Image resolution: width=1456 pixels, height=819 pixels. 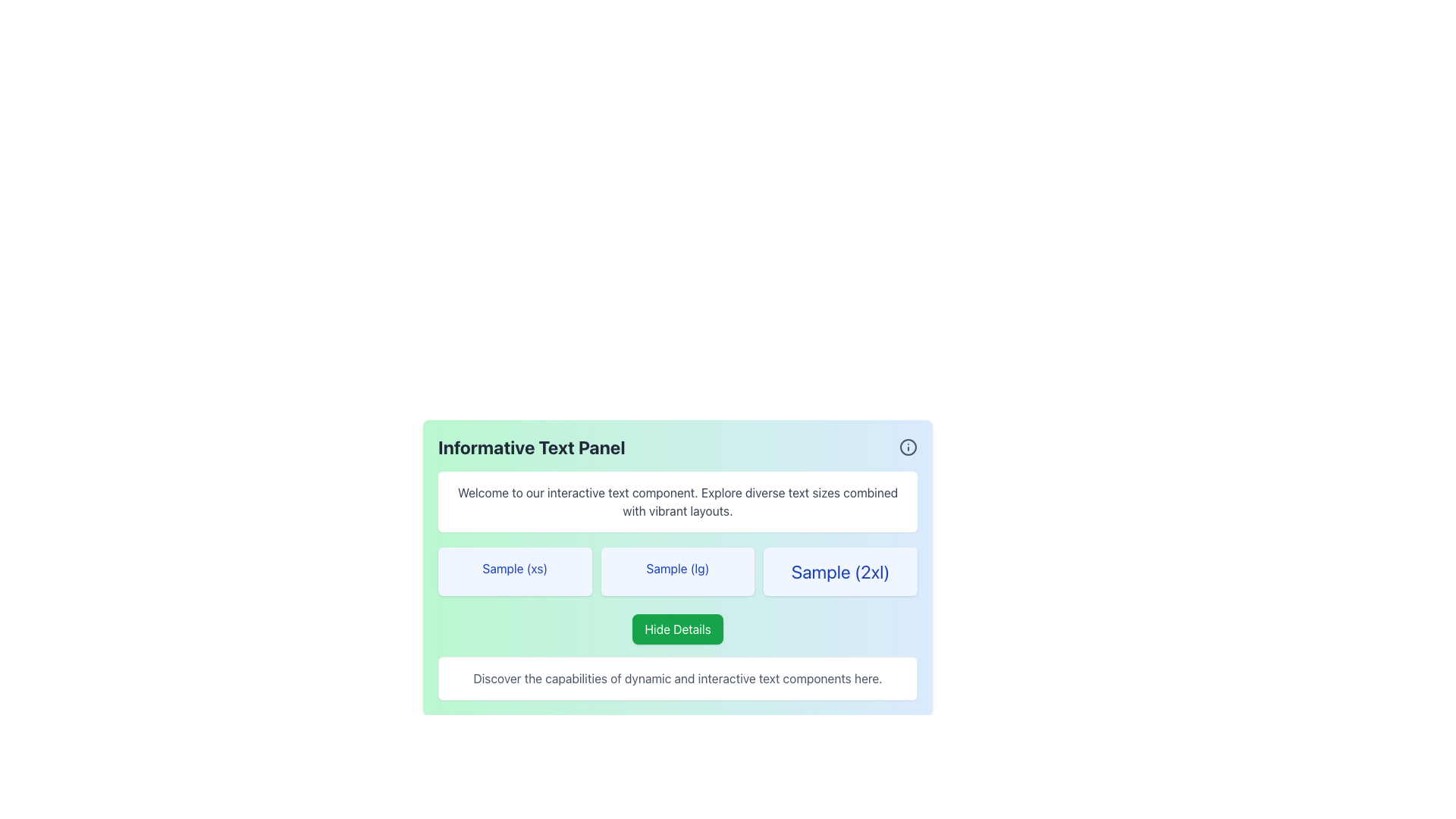 I want to click on the Text Display Component that showcases a larger font size text label, located centrally between the 'Sample (xs)' button and the 'Sample (2xl)' button, so click(x=676, y=571).